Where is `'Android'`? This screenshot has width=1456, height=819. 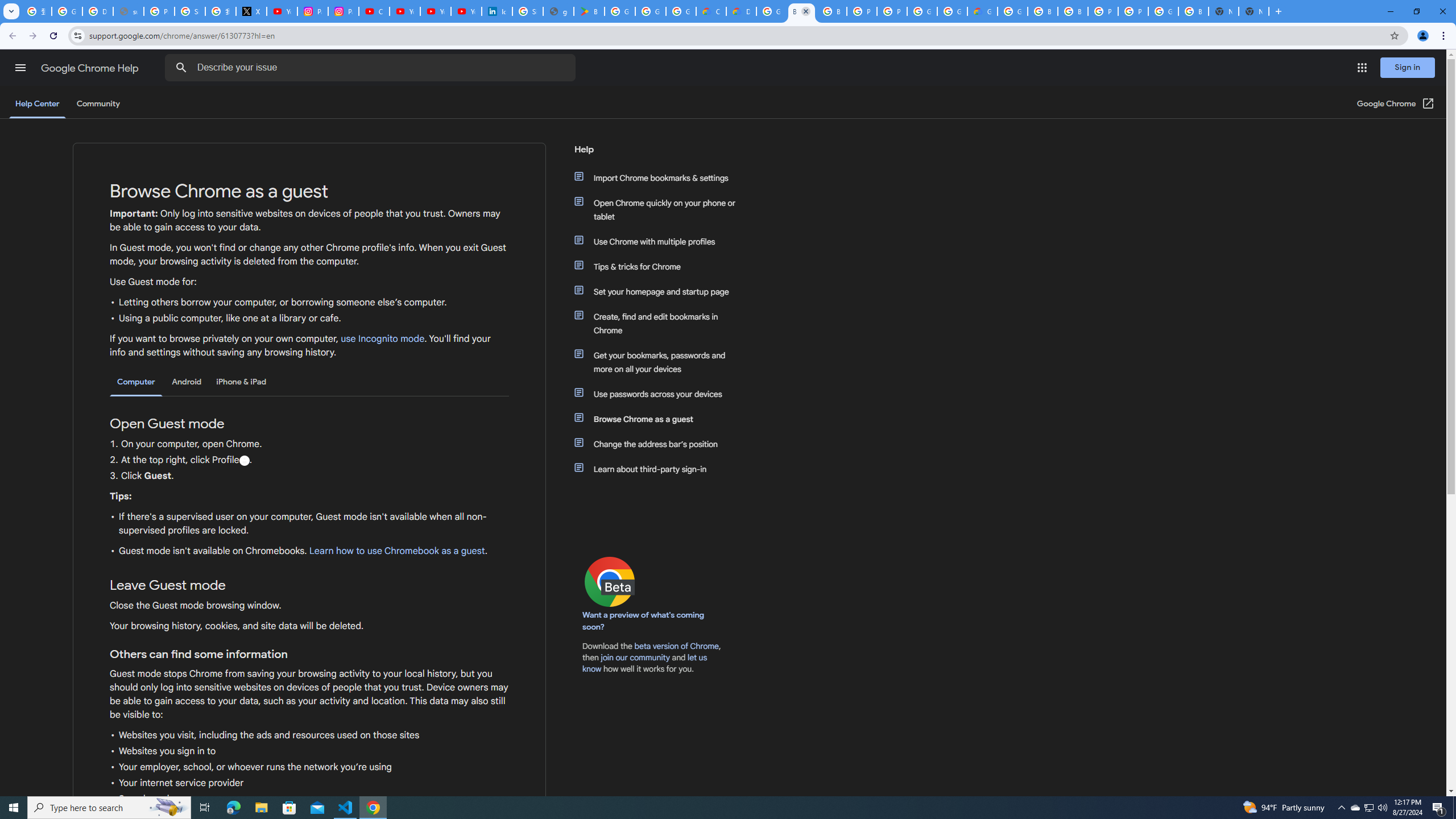 'Android' is located at coordinates (186, 381).